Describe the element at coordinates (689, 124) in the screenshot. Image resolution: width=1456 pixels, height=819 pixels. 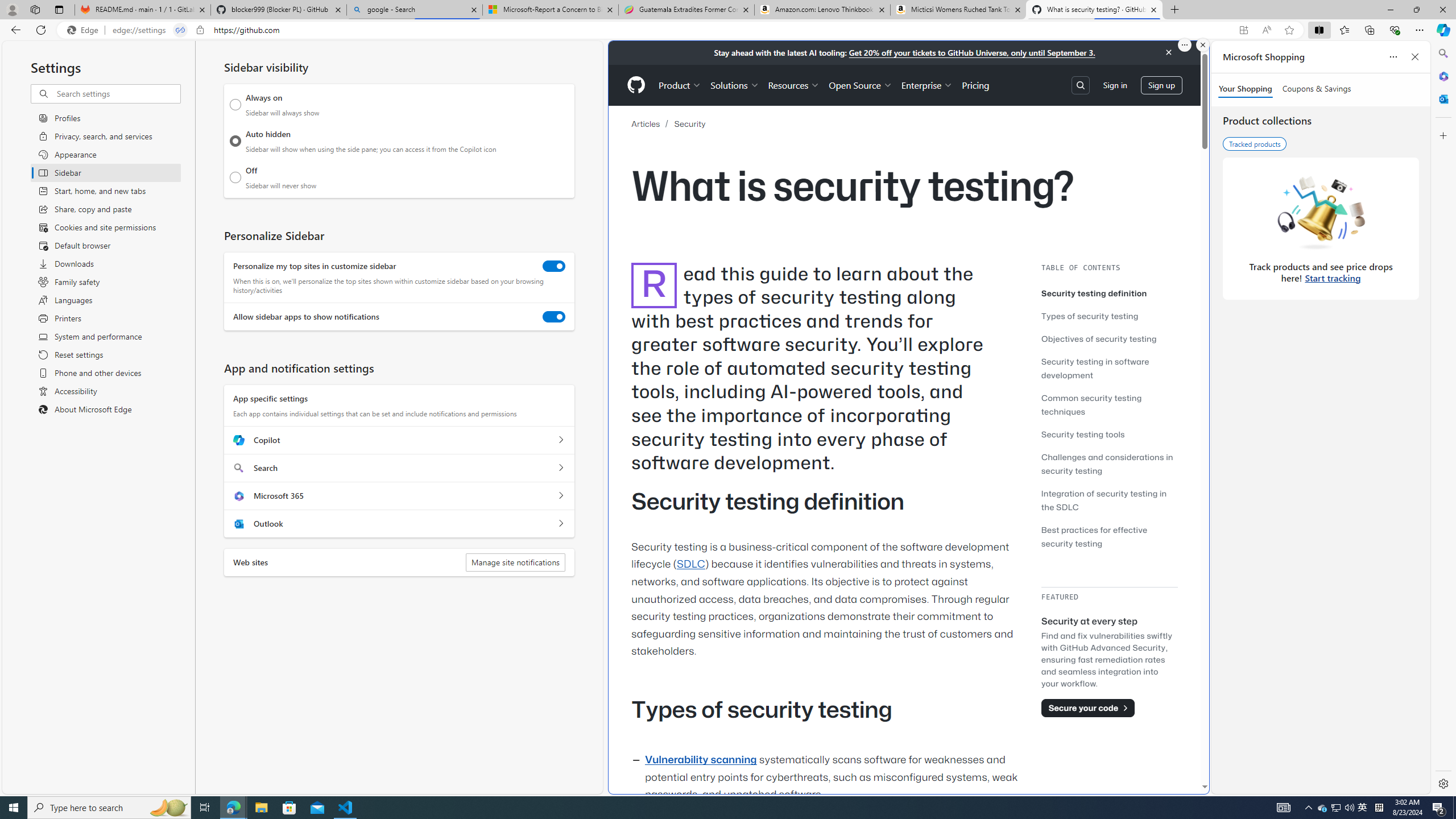
I see `'Security'` at that location.